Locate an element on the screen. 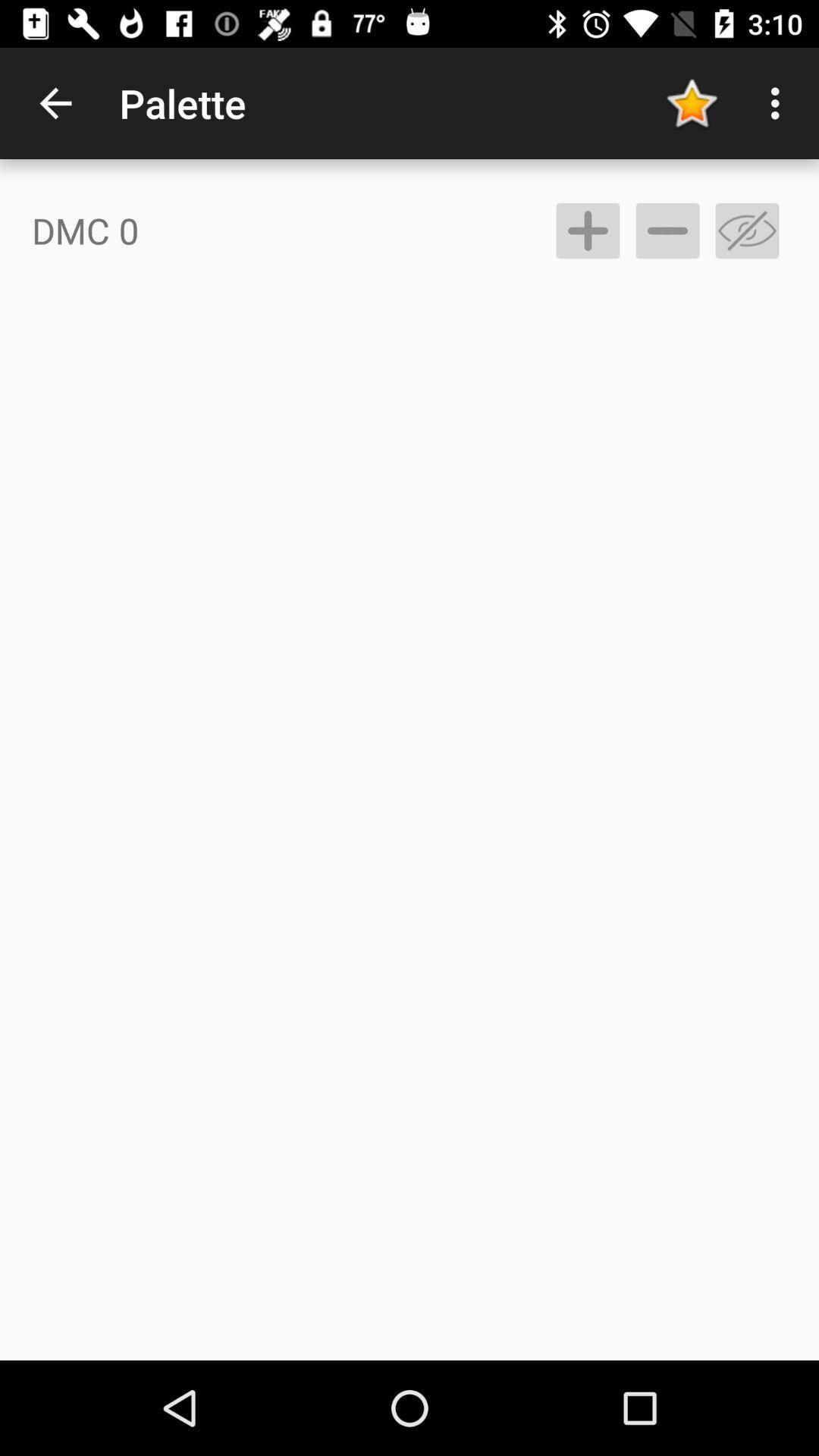 The height and width of the screenshot is (1456, 819). turn off camera is located at coordinates (746, 230).